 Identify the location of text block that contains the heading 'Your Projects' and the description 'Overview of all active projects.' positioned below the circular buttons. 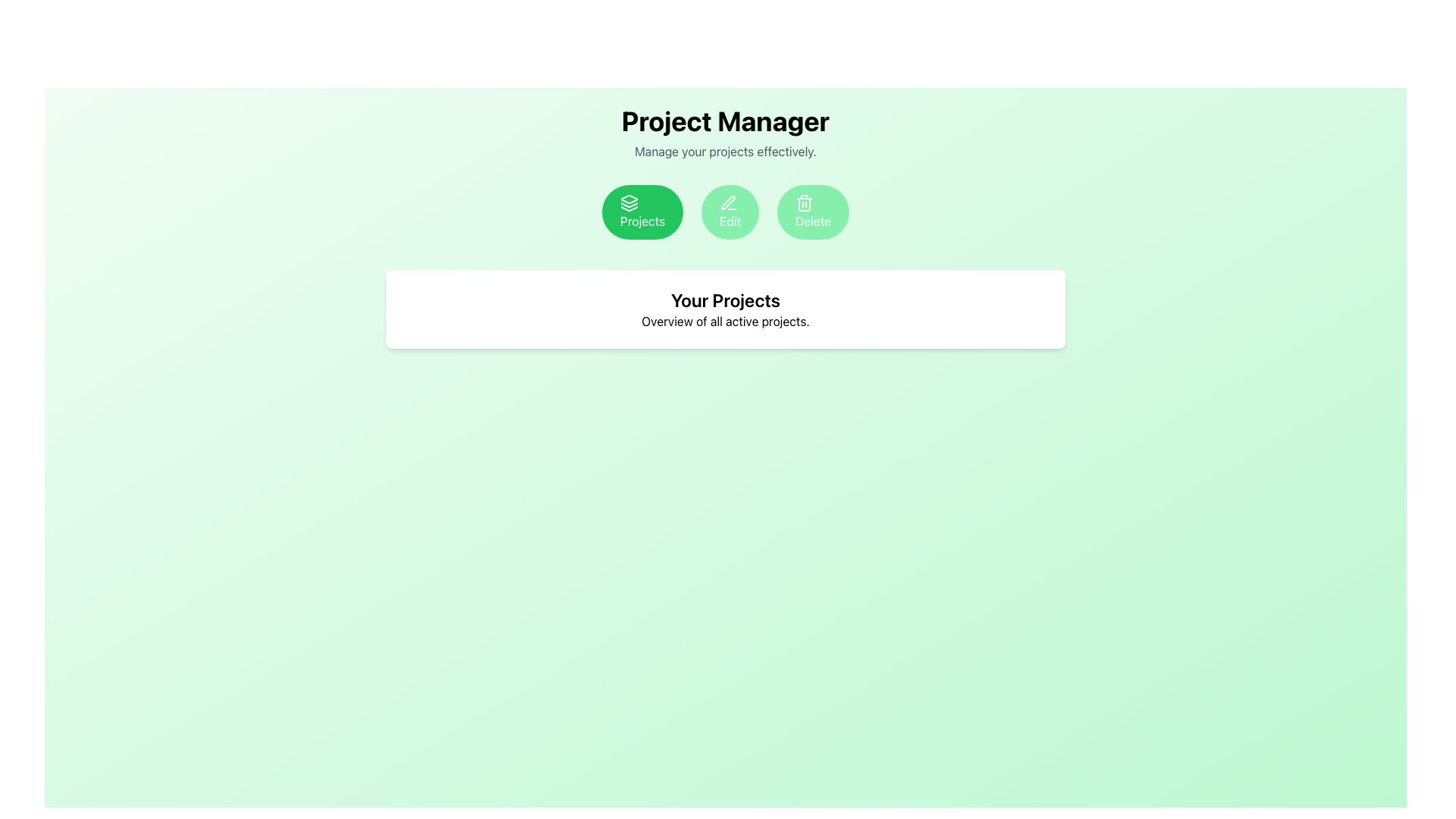
(724, 309).